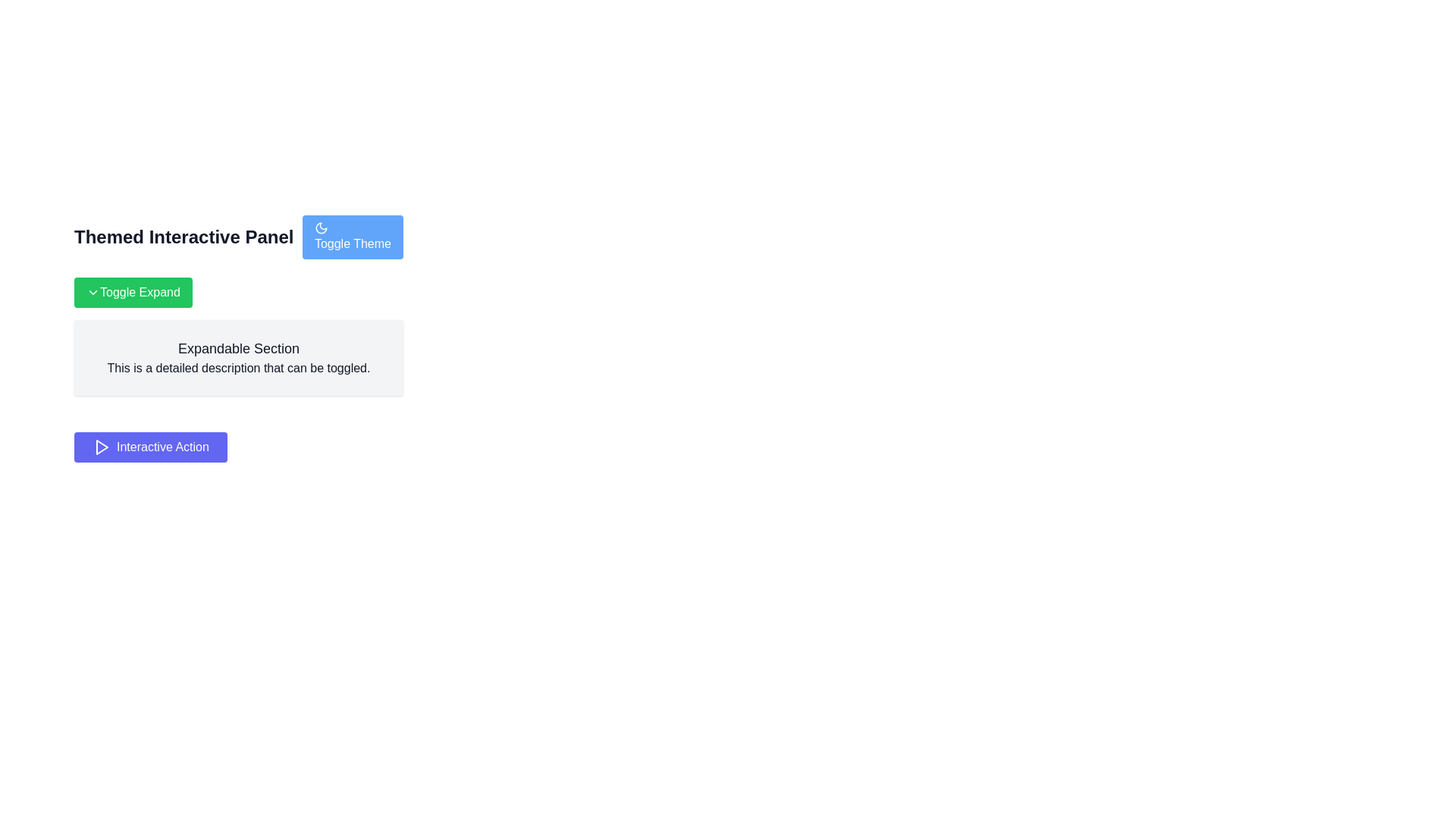 The width and height of the screenshot is (1456, 819). What do you see at coordinates (133, 292) in the screenshot?
I see `the green rectangular button labeled 'Toggle Expand' with a downward-pointing chevron icon` at bounding box center [133, 292].